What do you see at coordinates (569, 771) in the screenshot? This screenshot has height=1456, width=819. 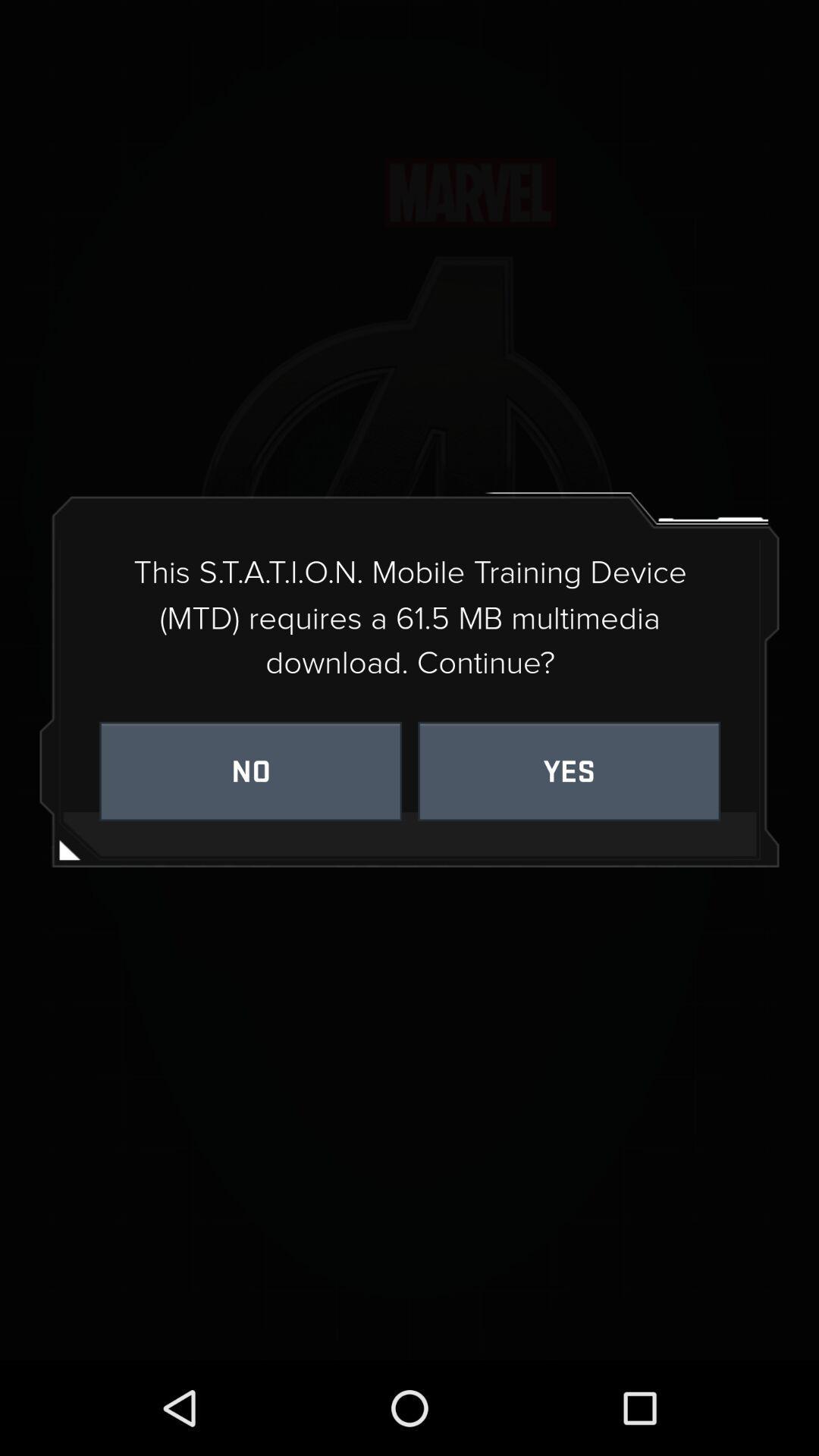 I see `icon next to no item` at bounding box center [569, 771].